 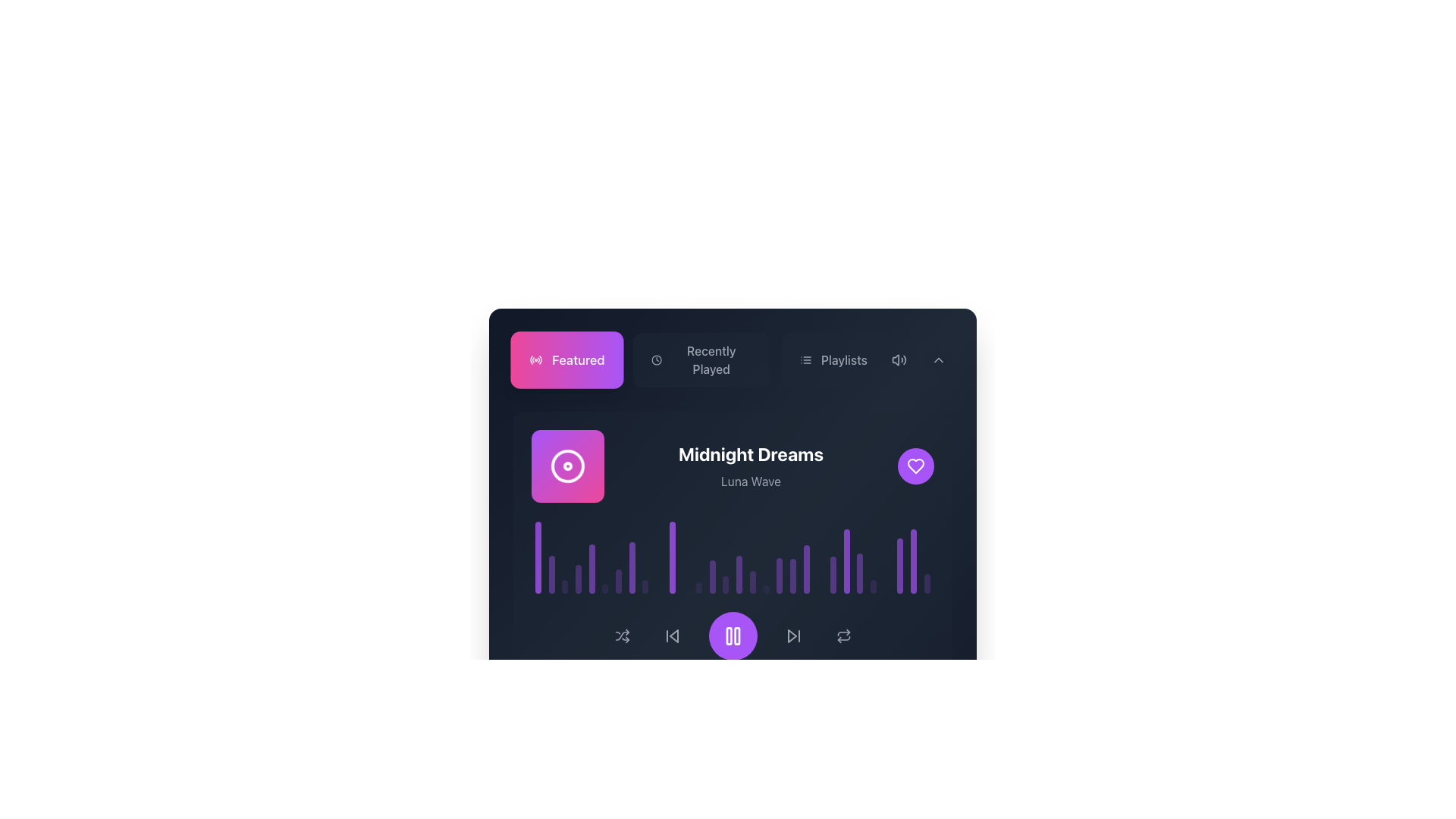 I want to click on the 'skip back' button represented as an SVG graphic, located centrally at the bottom of the interface within the lower control panel, so click(x=673, y=636).